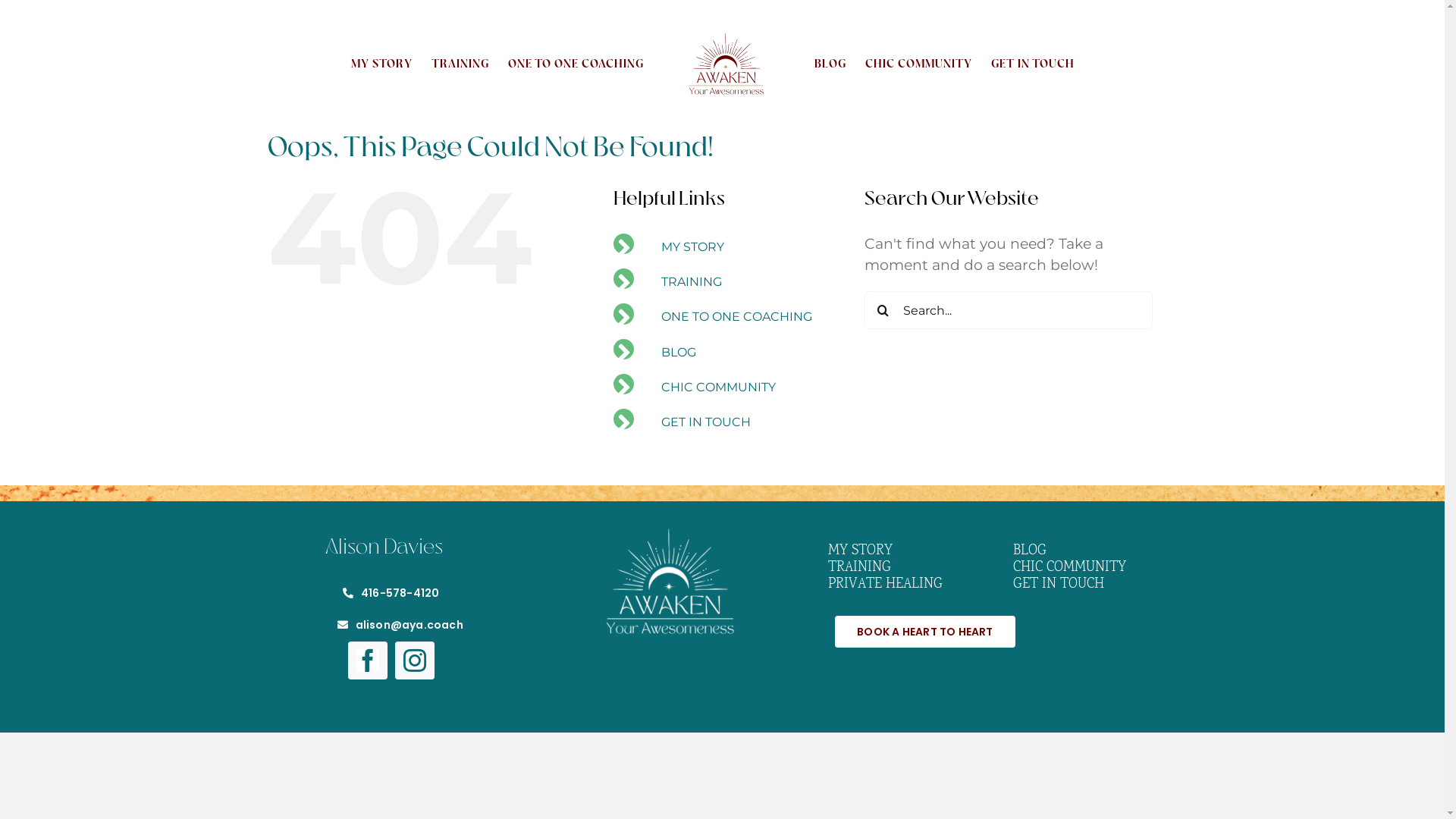 Image resolution: width=1456 pixels, height=819 pixels. What do you see at coordinates (924, 632) in the screenshot?
I see `'BOOK A HEART TO HEART'` at bounding box center [924, 632].